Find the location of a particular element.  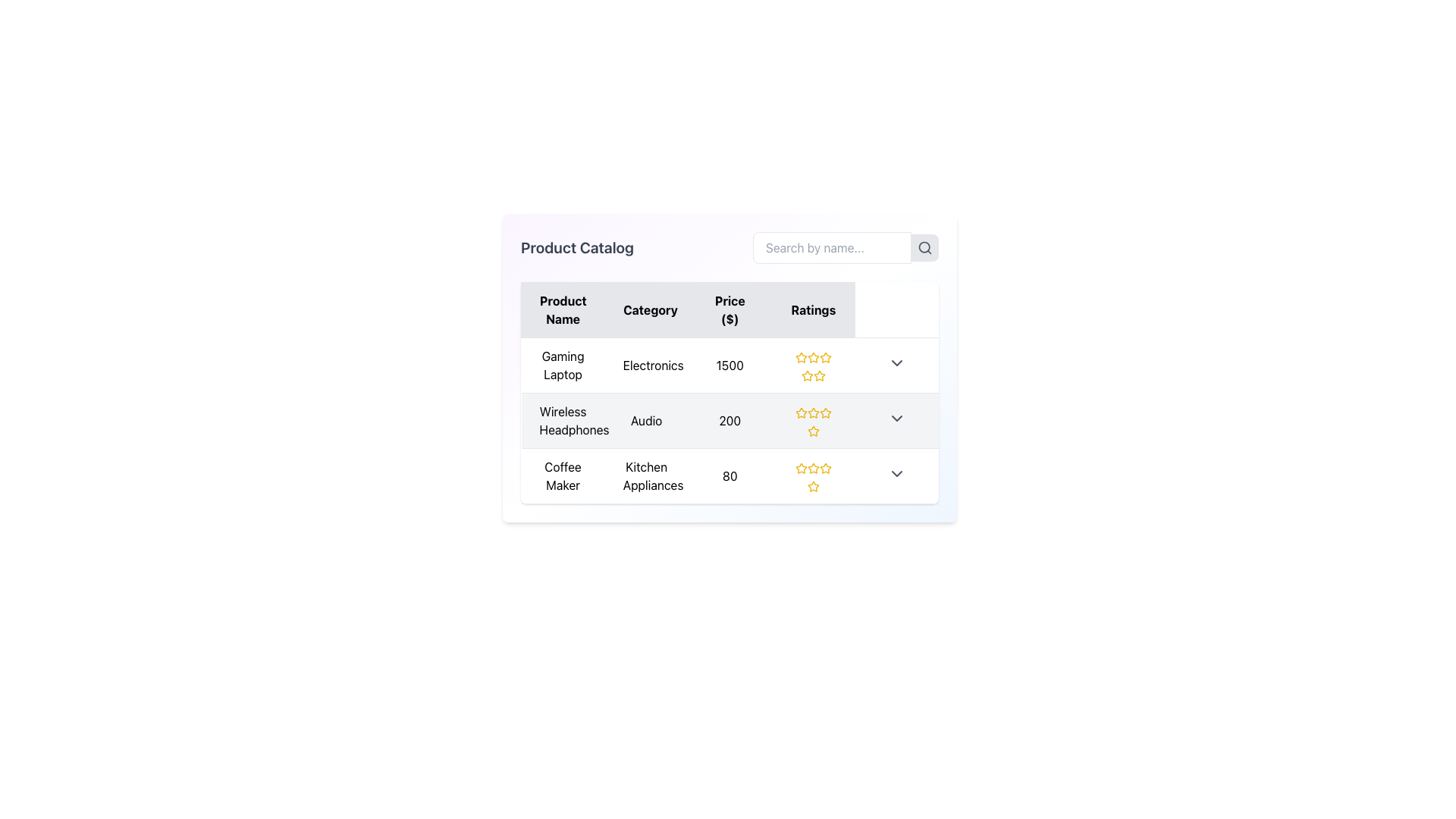

the non-interactive Rating indicator located in the fourth cell of the 'Ratings' column for the 'Coffee Maker' item is located at coordinates (812, 475).